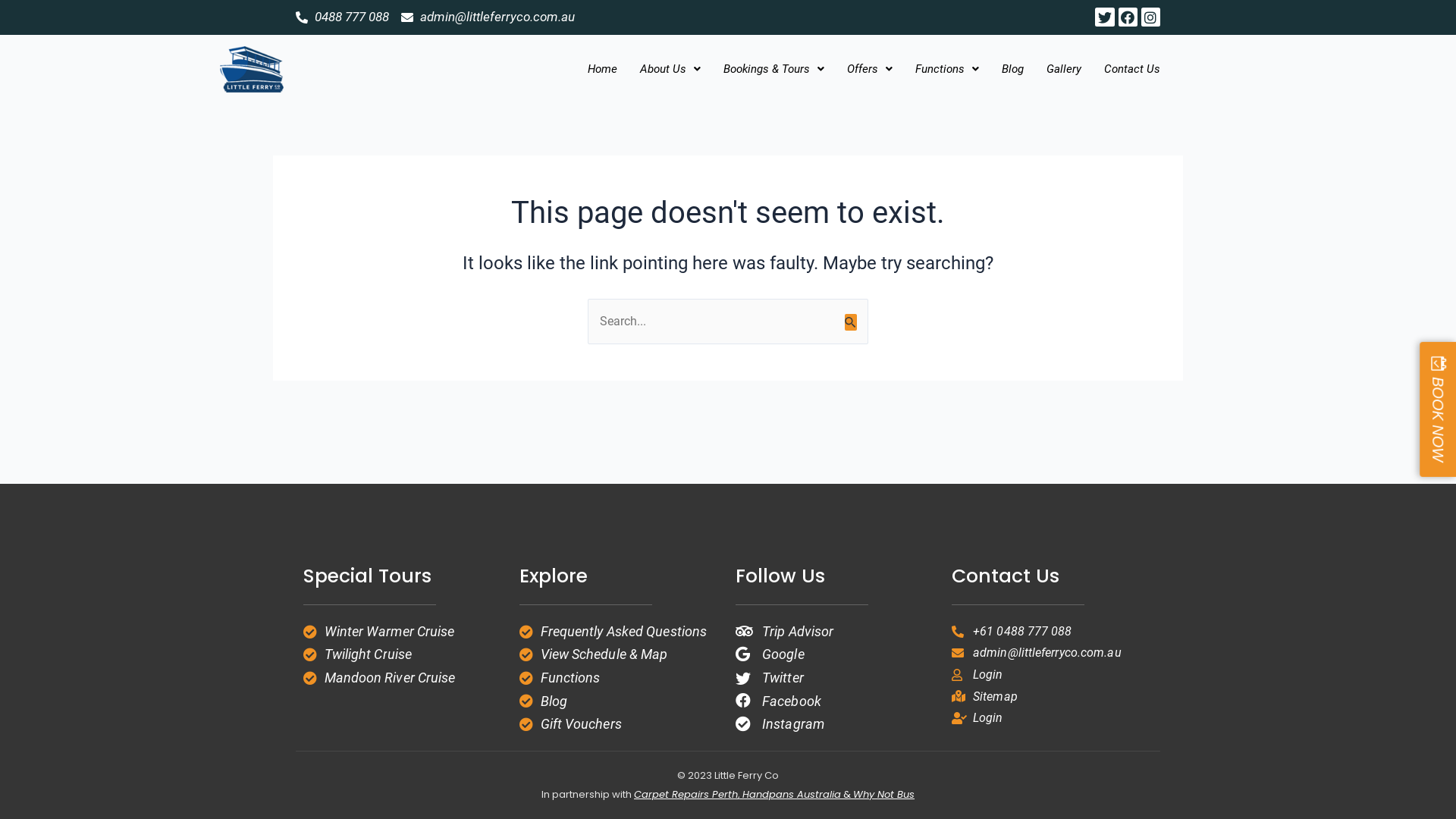 The image size is (1456, 819). Describe the element at coordinates (303, 632) in the screenshot. I see `'Winter Warmer Cruise'` at that location.